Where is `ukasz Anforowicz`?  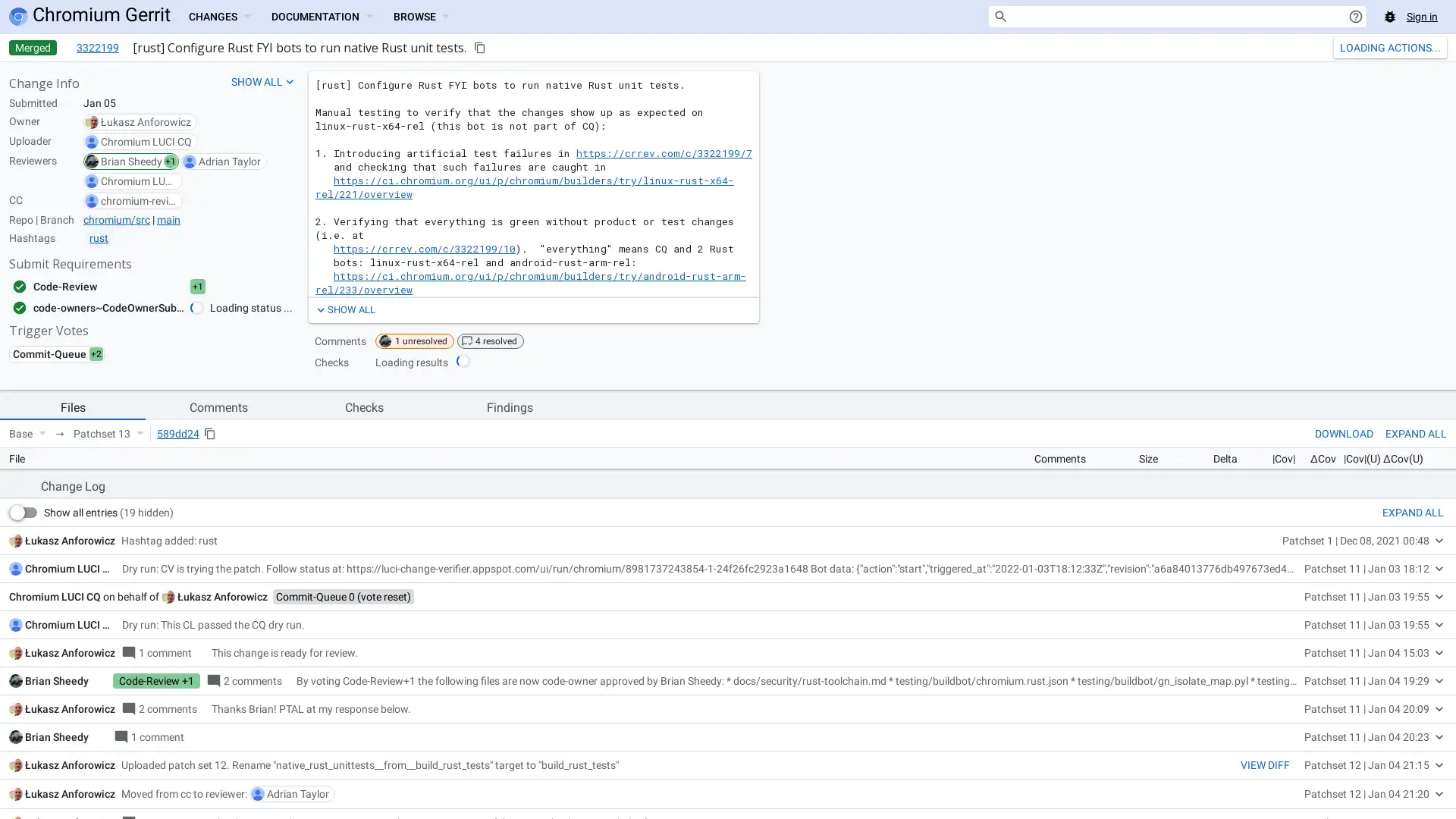
ukasz Anforowicz is located at coordinates (69, 748).